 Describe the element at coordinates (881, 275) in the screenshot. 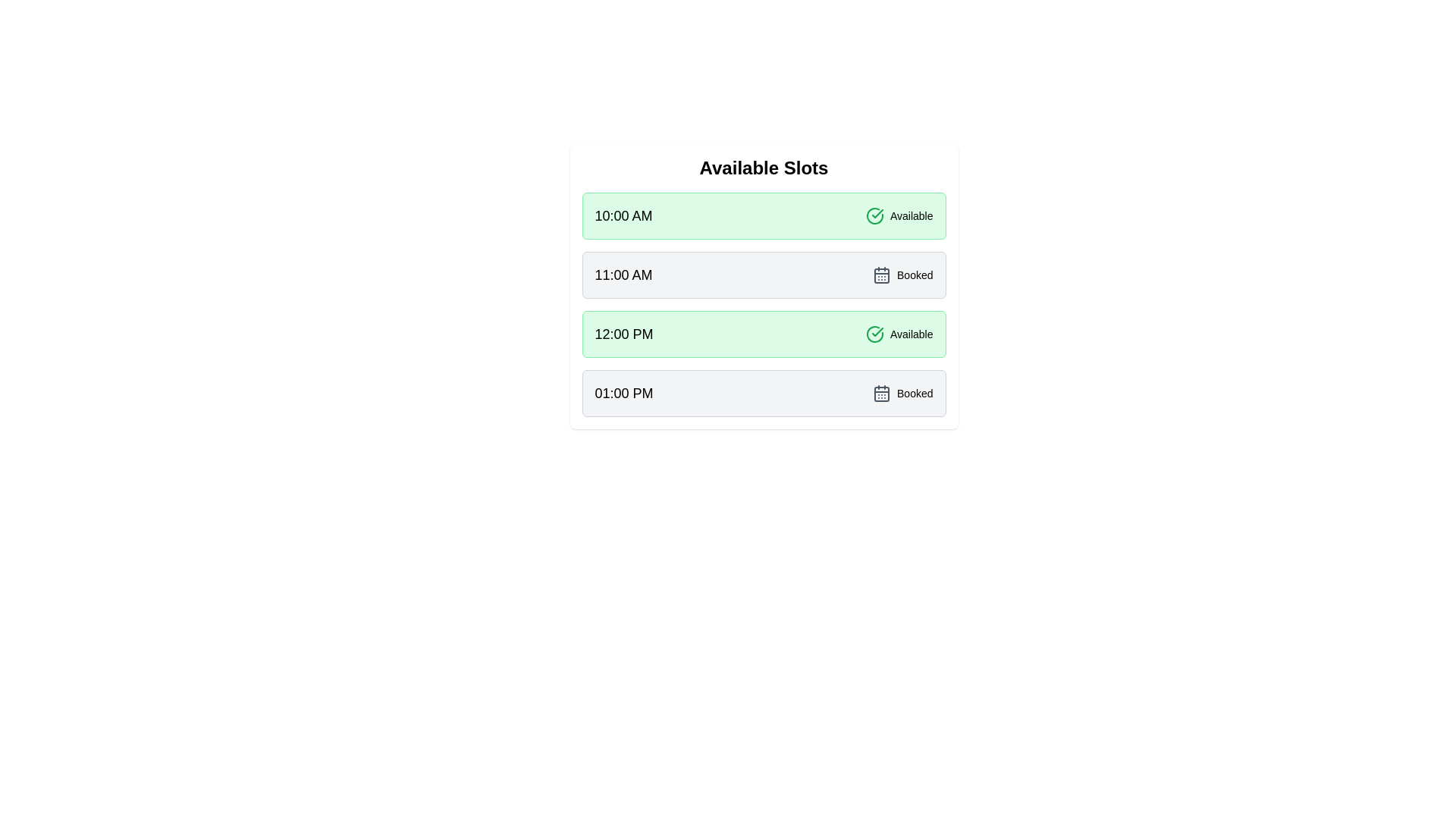

I see `the status icon for 11:00 AM to view its meaning` at that location.